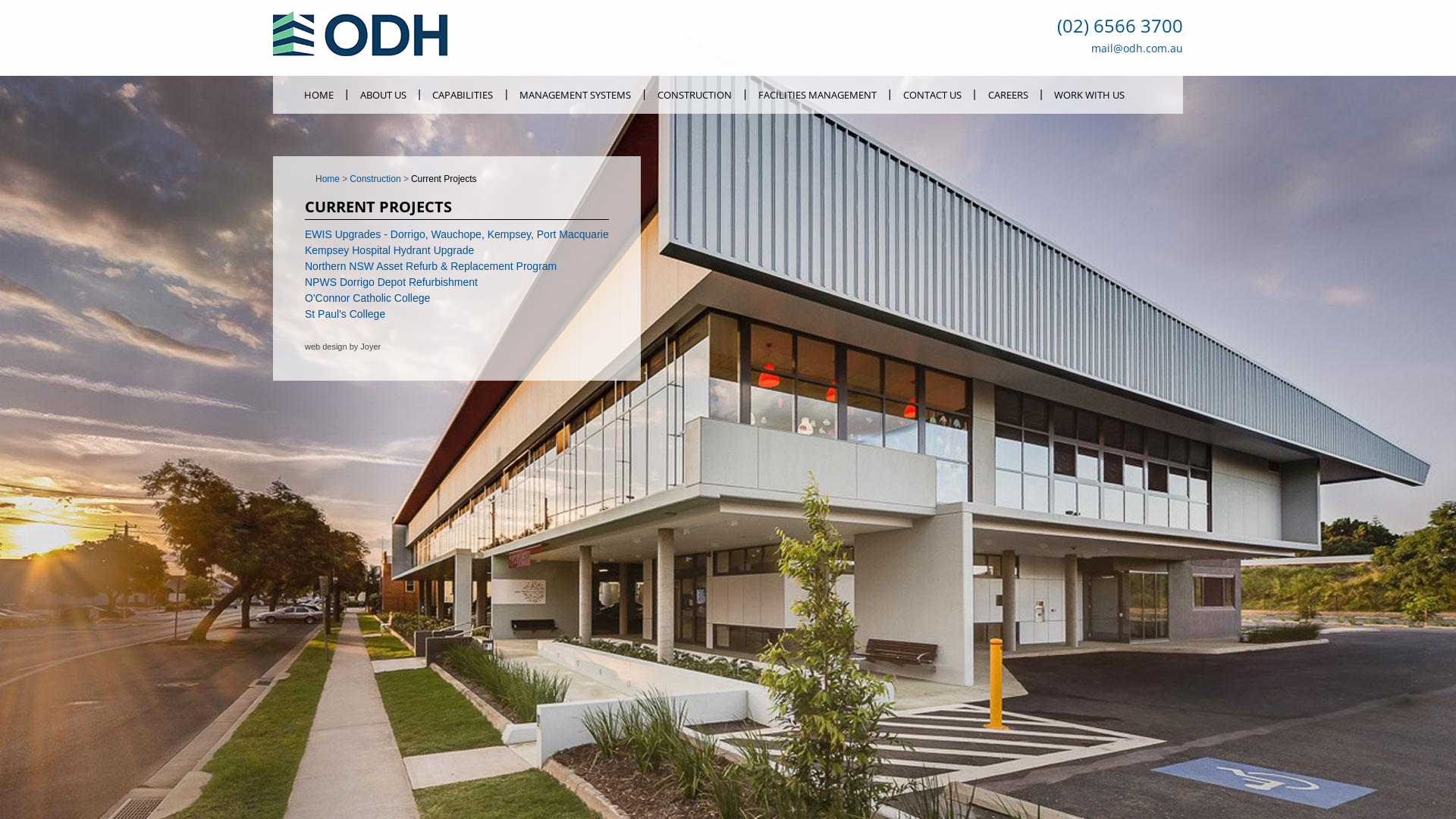 Image resolution: width=1456 pixels, height=819 pixels. Describe the element at coordinates (930, 94) in the screenshot. I see `'CONTACT US'` at that location.